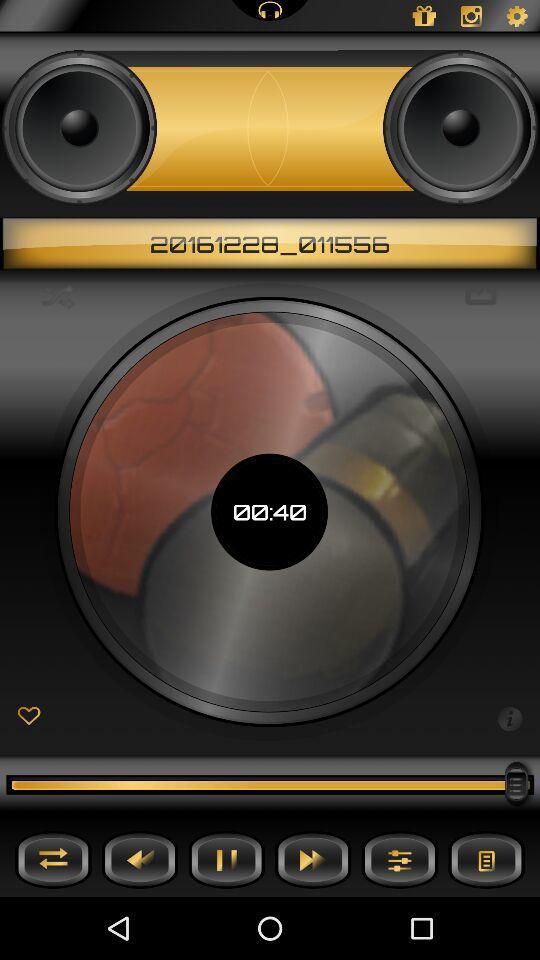  I want to click on information button, so click(509, 717).